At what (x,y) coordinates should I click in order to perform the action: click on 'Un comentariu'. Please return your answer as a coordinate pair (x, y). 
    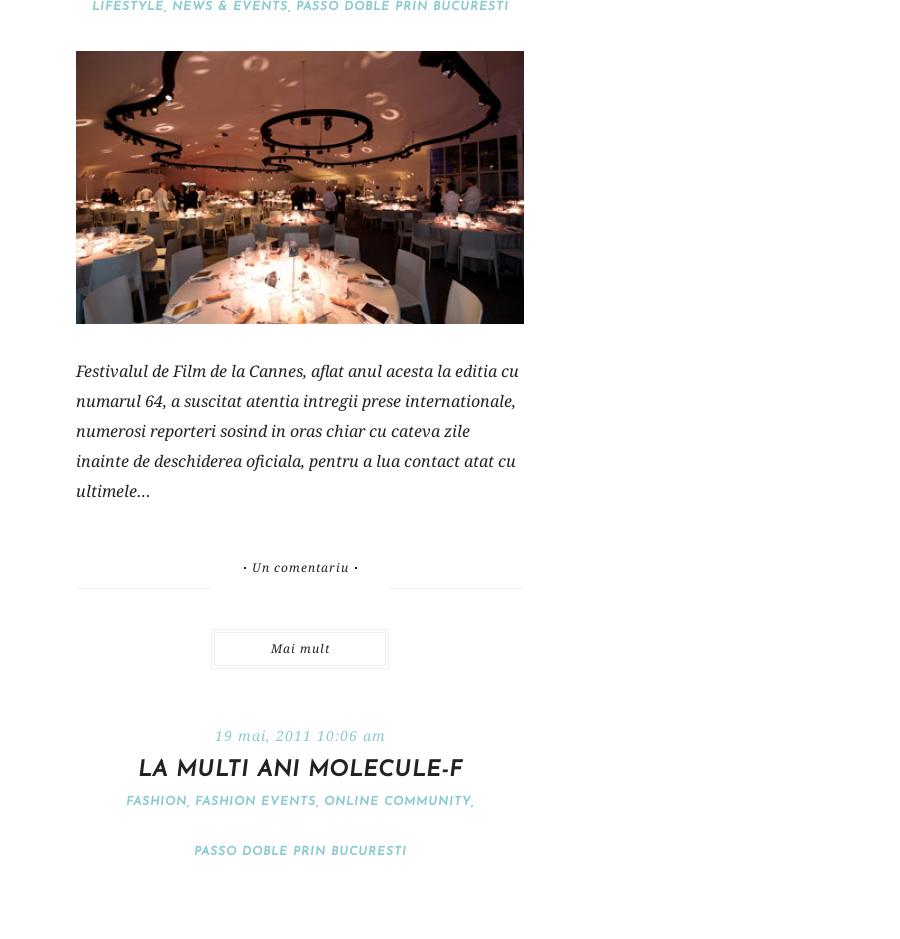
    Looking at the image, I should click on (298, 566).